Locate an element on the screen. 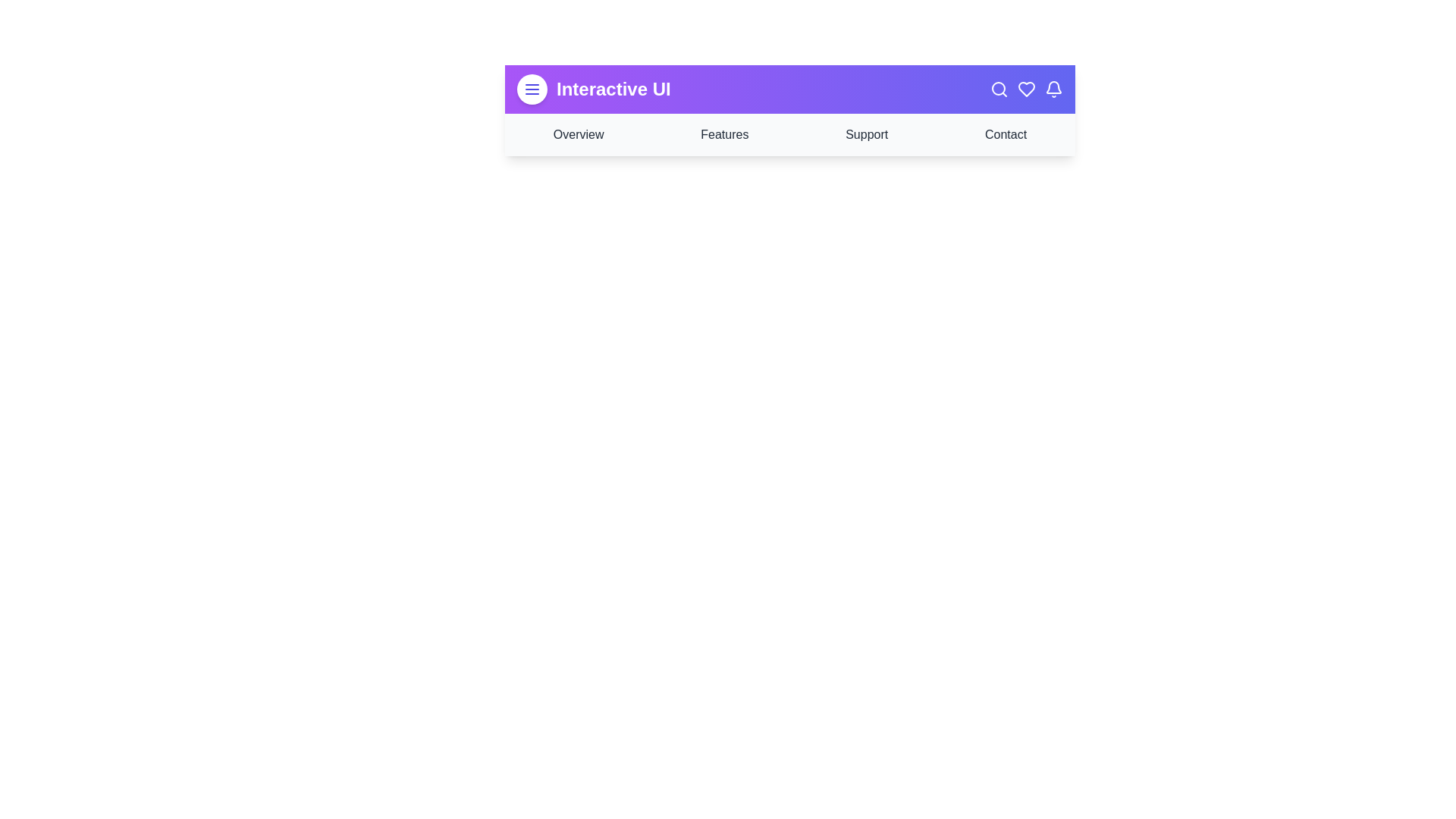 The width and height of the screenshot is (1456, 819). the navigation link corresponding to Support is located at coordinates (866, 133).